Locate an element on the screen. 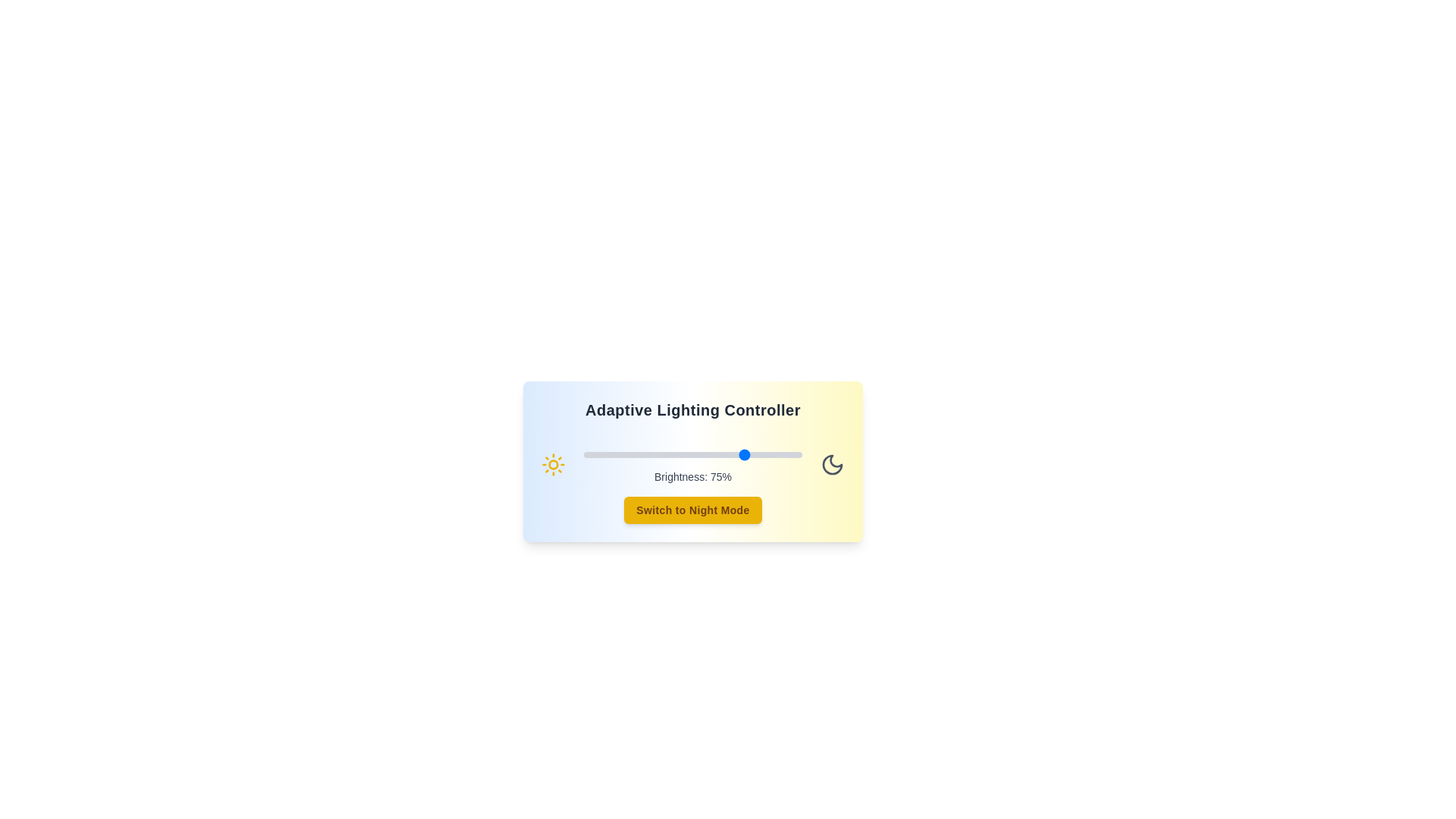 This screenshot has height=819, width=1456. the brightness level is located at coordinates (745, 454).